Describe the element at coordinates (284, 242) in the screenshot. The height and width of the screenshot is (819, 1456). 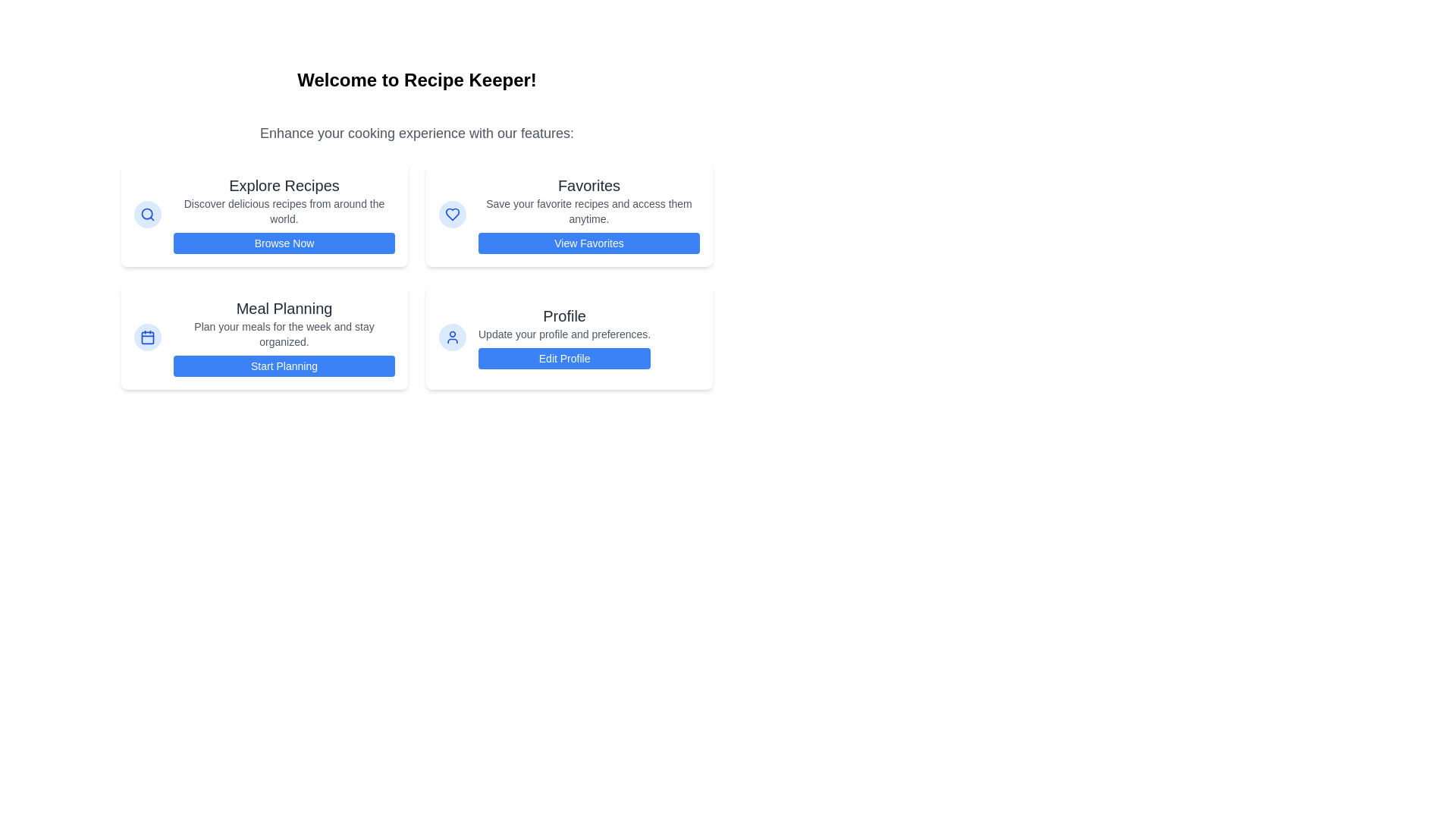
I see `the 'Browse Now' button which is a blue rectangular button with white text, located below the descriptive text block in the left section of the interface` at that location.